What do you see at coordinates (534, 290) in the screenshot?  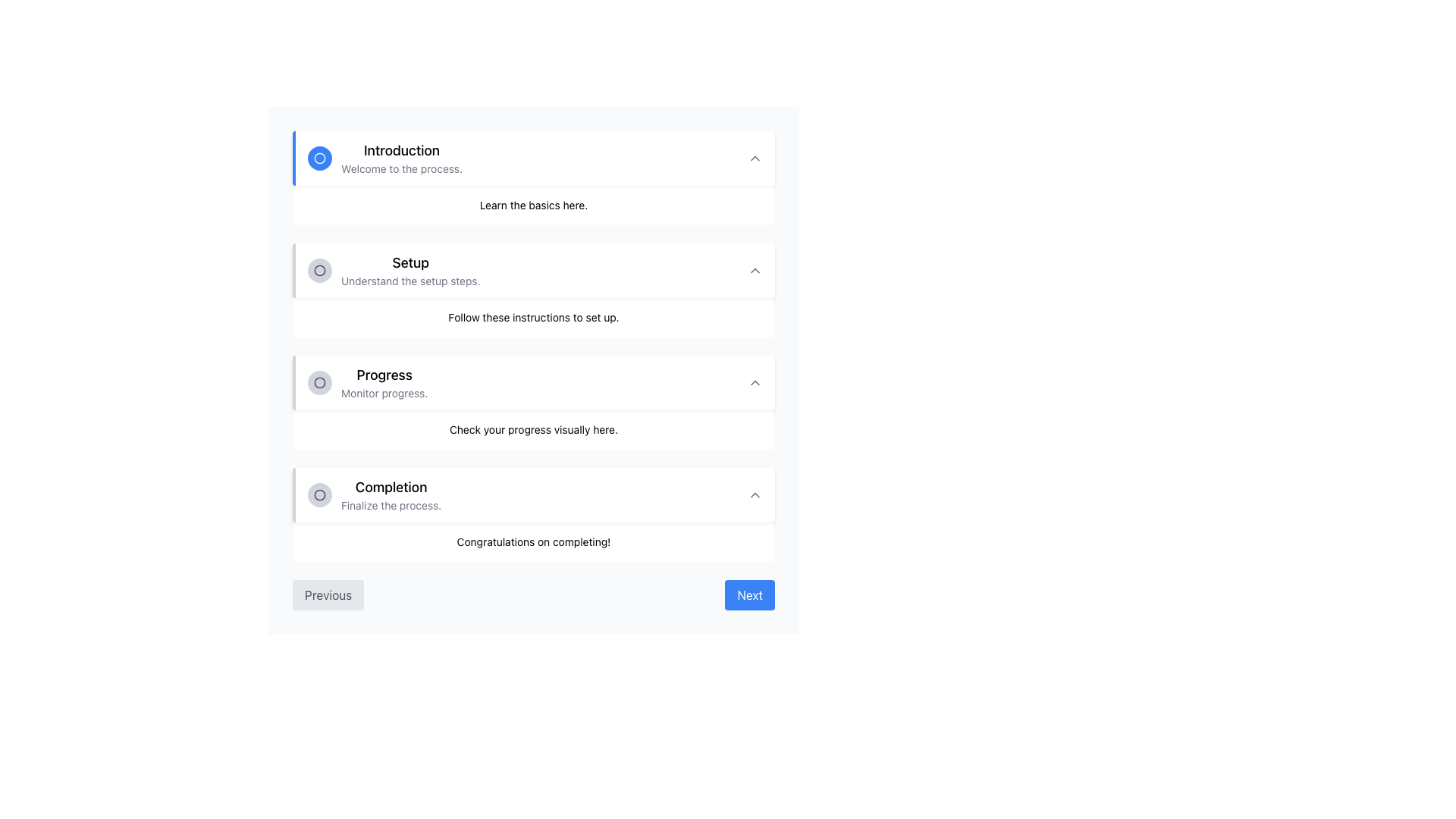 I see `the Informative Section located centrally within the 'Setup' section of the multi-step guidance interface, which presents setup step information and detailed instructions` at bounding box center [534, 290].